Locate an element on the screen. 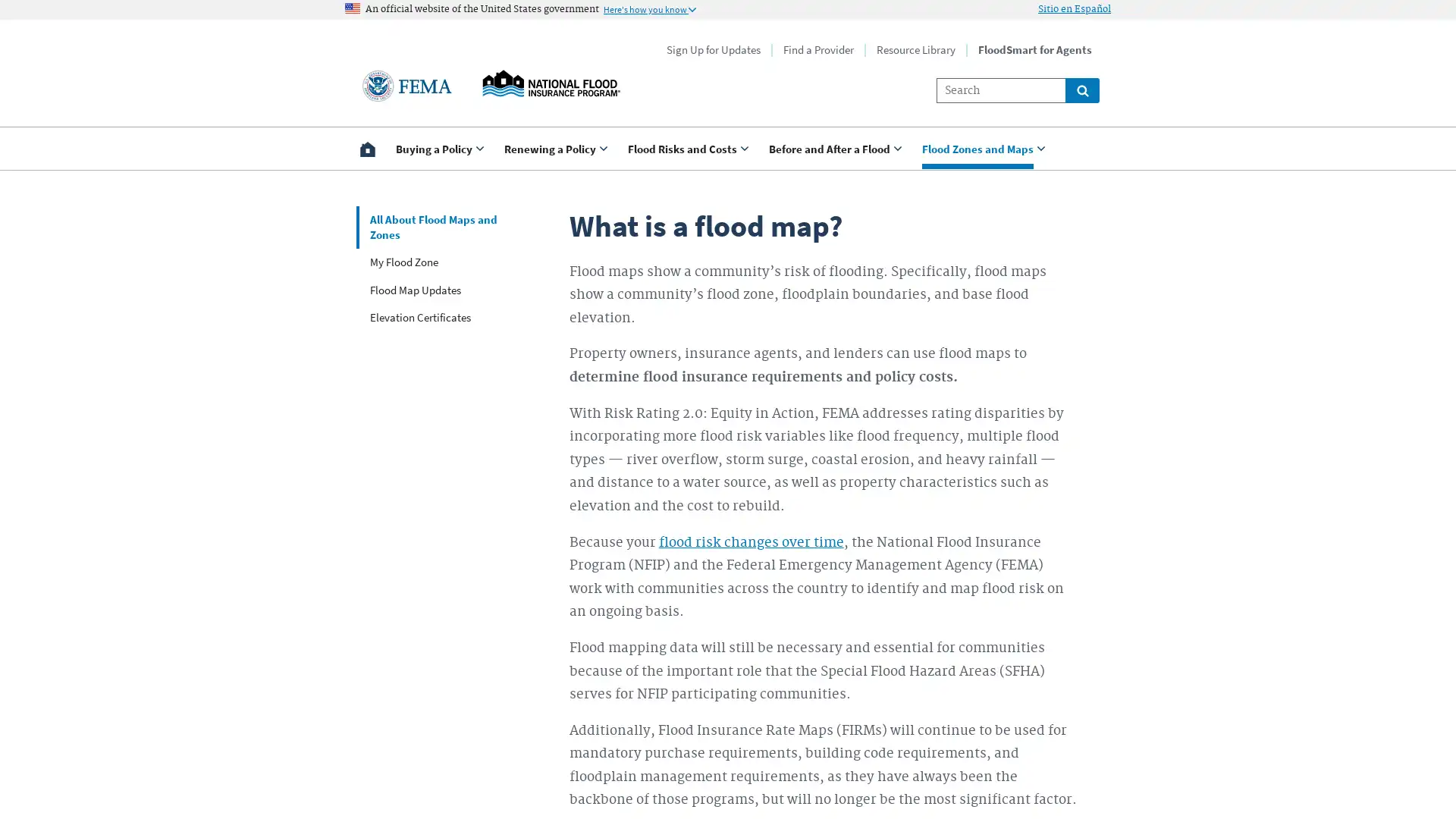 This screenshot has width=1456, height=819. Global search for site links and content throught floodsmart is located at coordinates (1081, 90).